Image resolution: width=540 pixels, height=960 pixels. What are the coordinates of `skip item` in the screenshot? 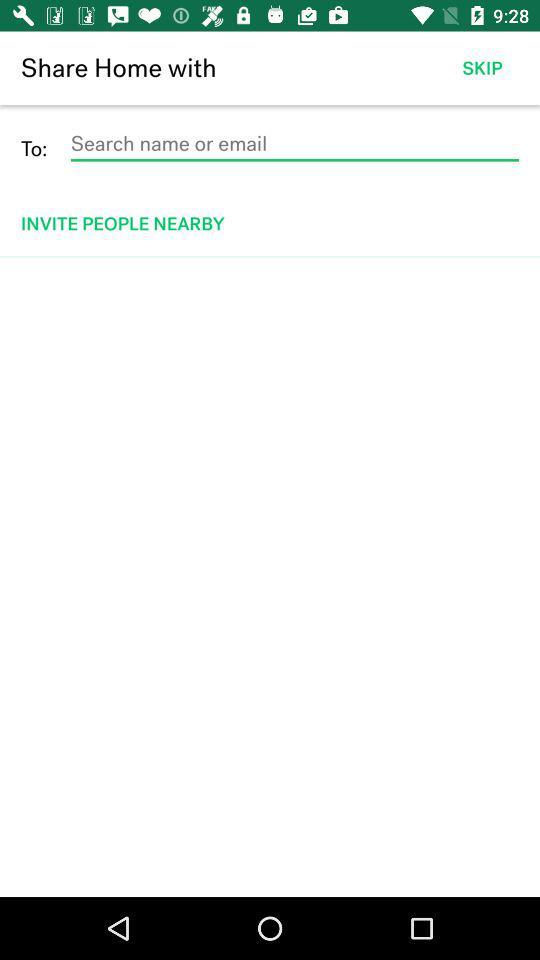 It's located at (481, 68).